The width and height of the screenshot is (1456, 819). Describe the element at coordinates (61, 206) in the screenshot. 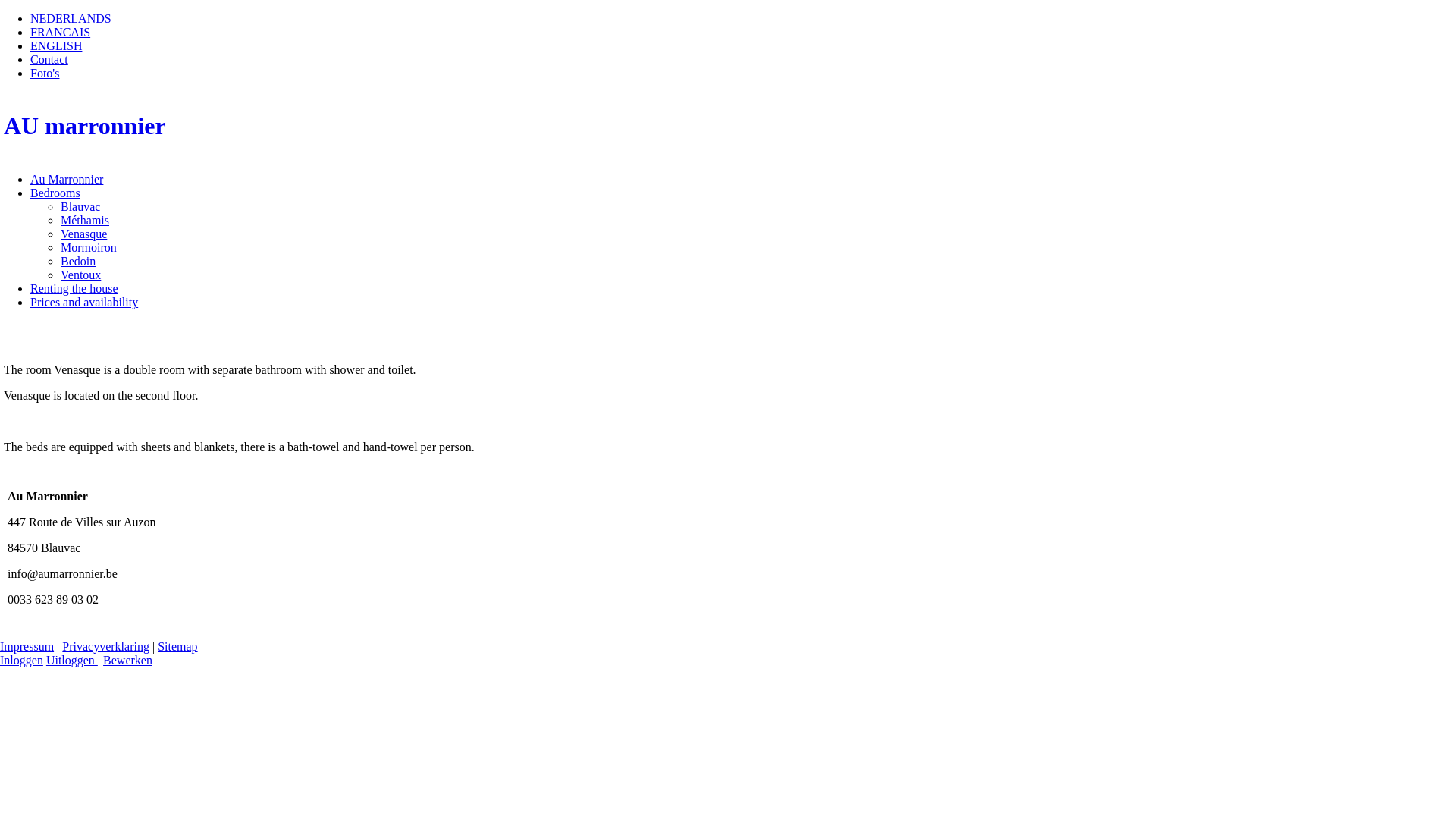

I see `'Blauvac'` at that location.